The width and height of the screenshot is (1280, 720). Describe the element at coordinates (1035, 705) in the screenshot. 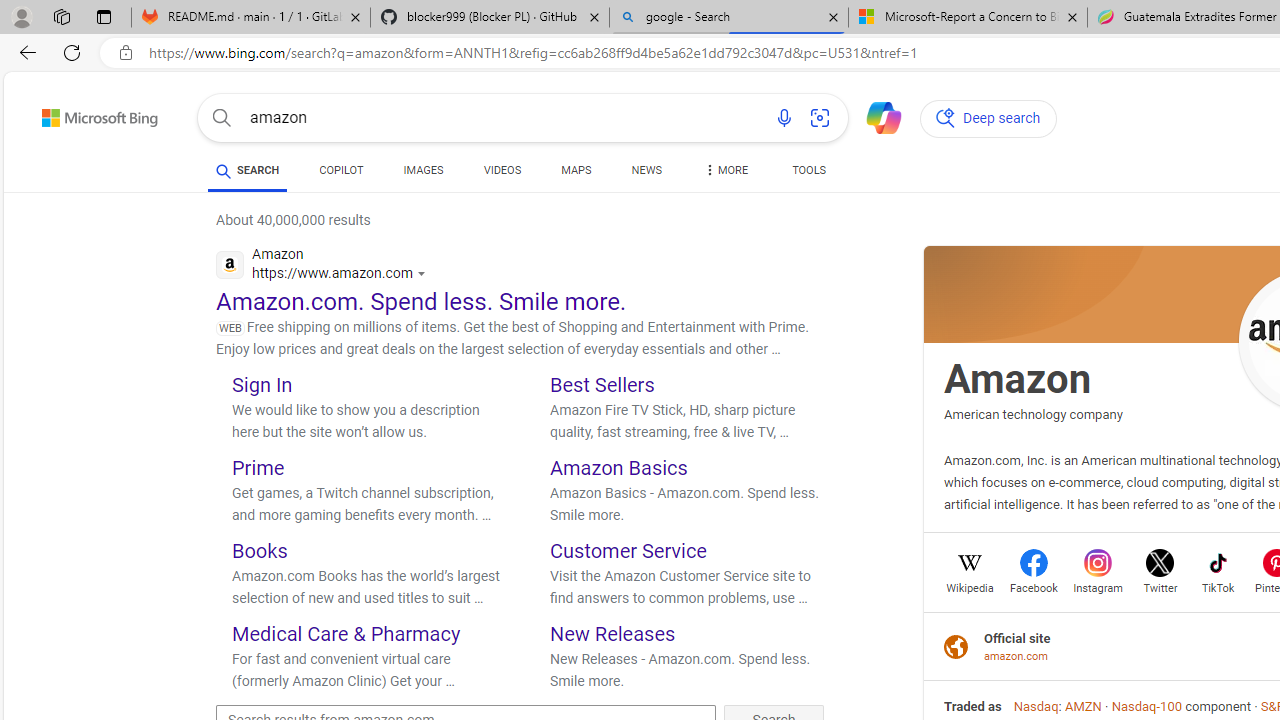

I see `'Nasdaq'` at that location.